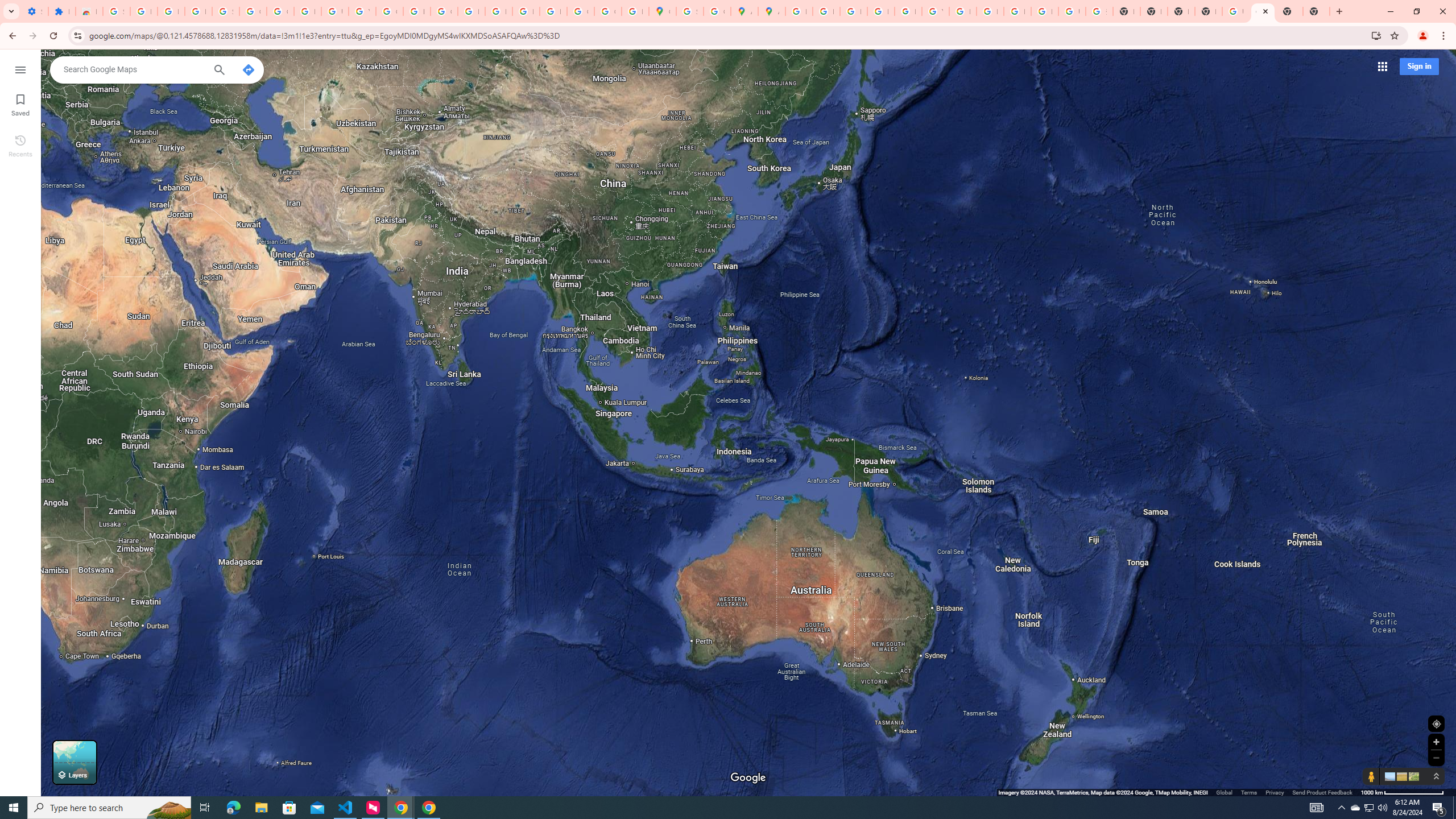 The height and width of the screenshot is (819, 1456). Describe the element at coordinates (170, 11) in the screenshot. I see `'Learn how to find your photos - Google Photos Help'` at that location.